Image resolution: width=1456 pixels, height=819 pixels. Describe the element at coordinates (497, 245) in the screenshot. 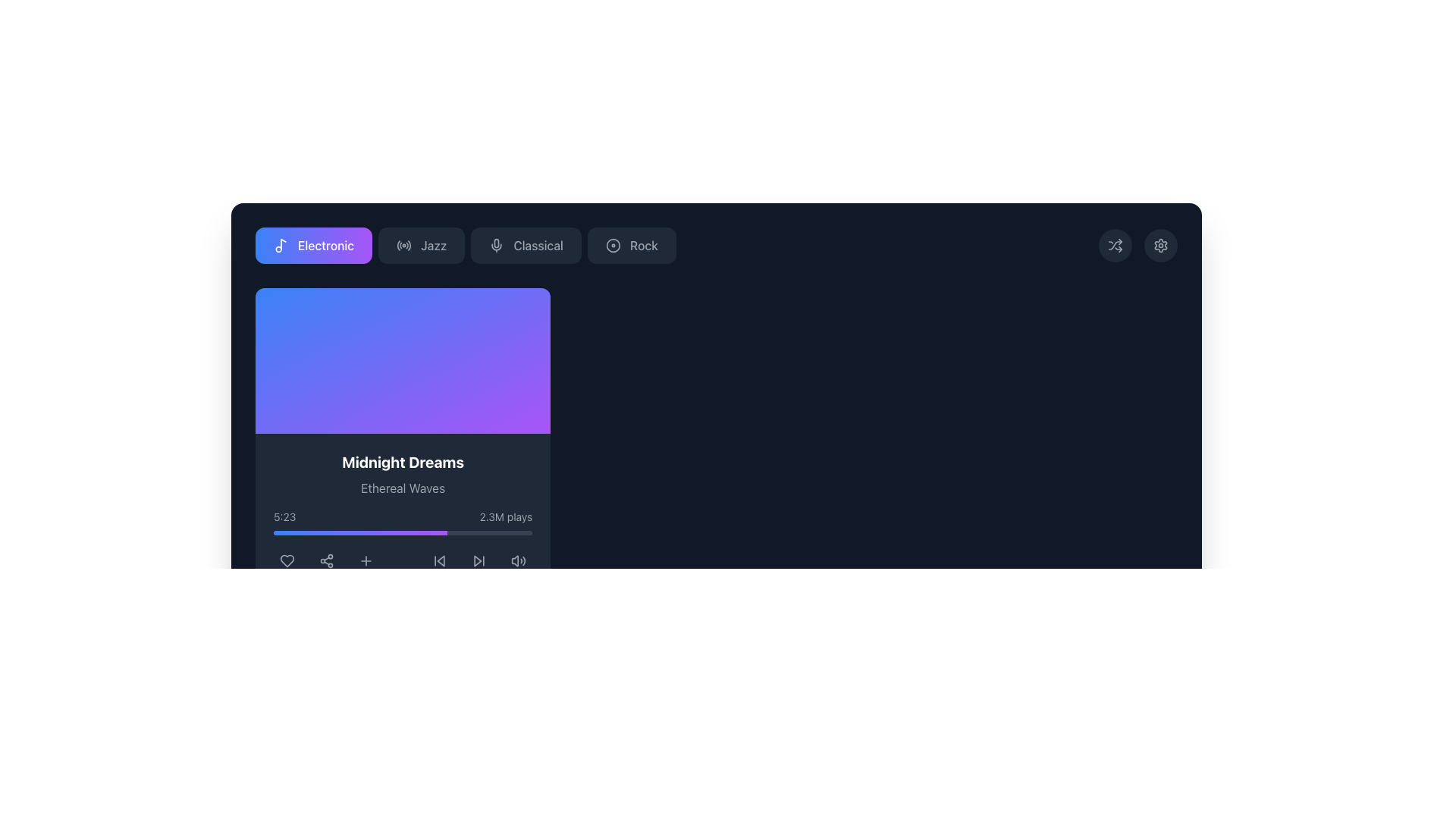

I see `the microphone icon located in the third button of the menu bar` at that location.